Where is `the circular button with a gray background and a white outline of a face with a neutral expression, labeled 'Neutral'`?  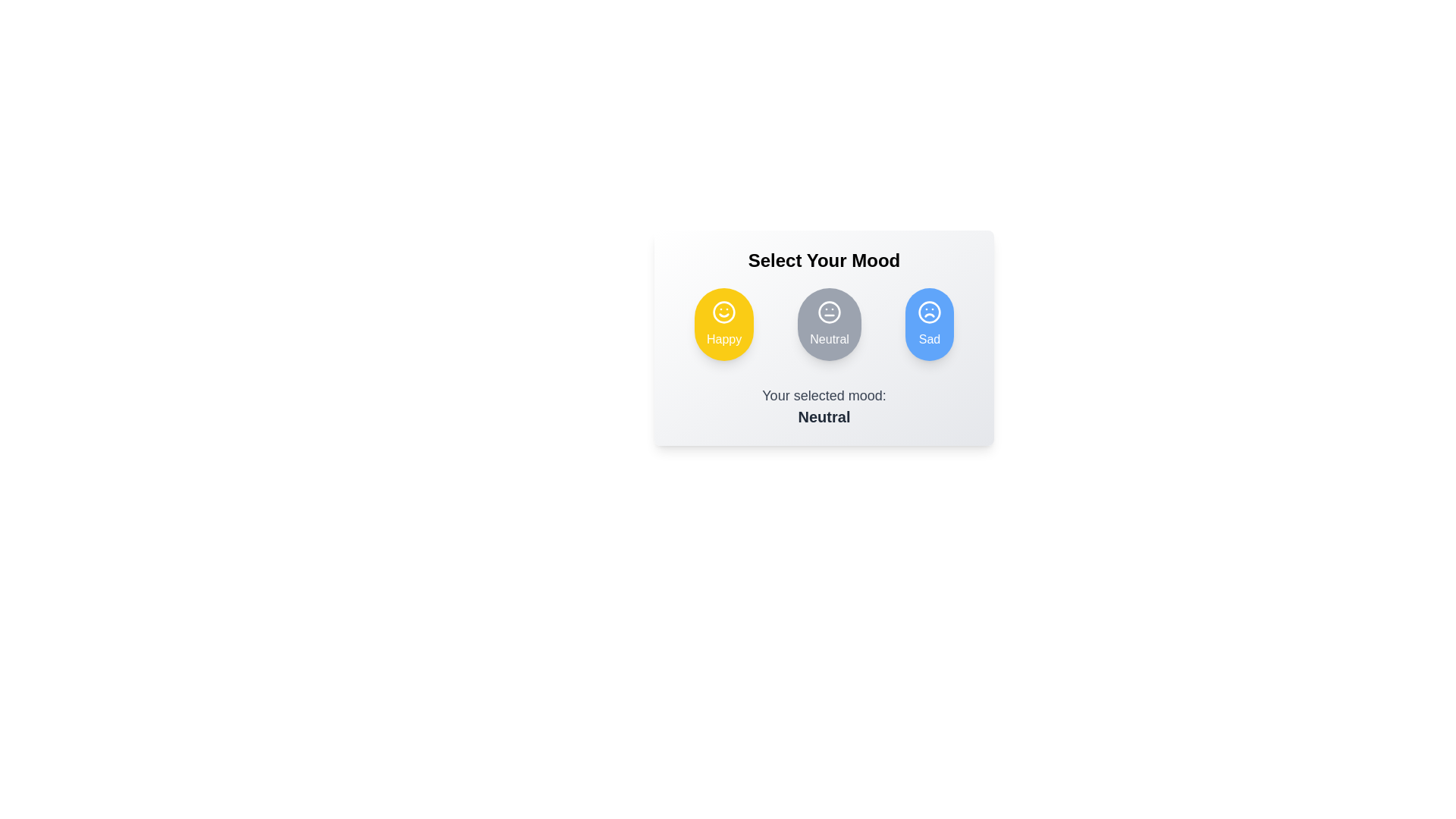
the circular button with a gray background and a white outline of a face with a neutral expression, labeled 'Neutral' is located at coordinates (829, 324).